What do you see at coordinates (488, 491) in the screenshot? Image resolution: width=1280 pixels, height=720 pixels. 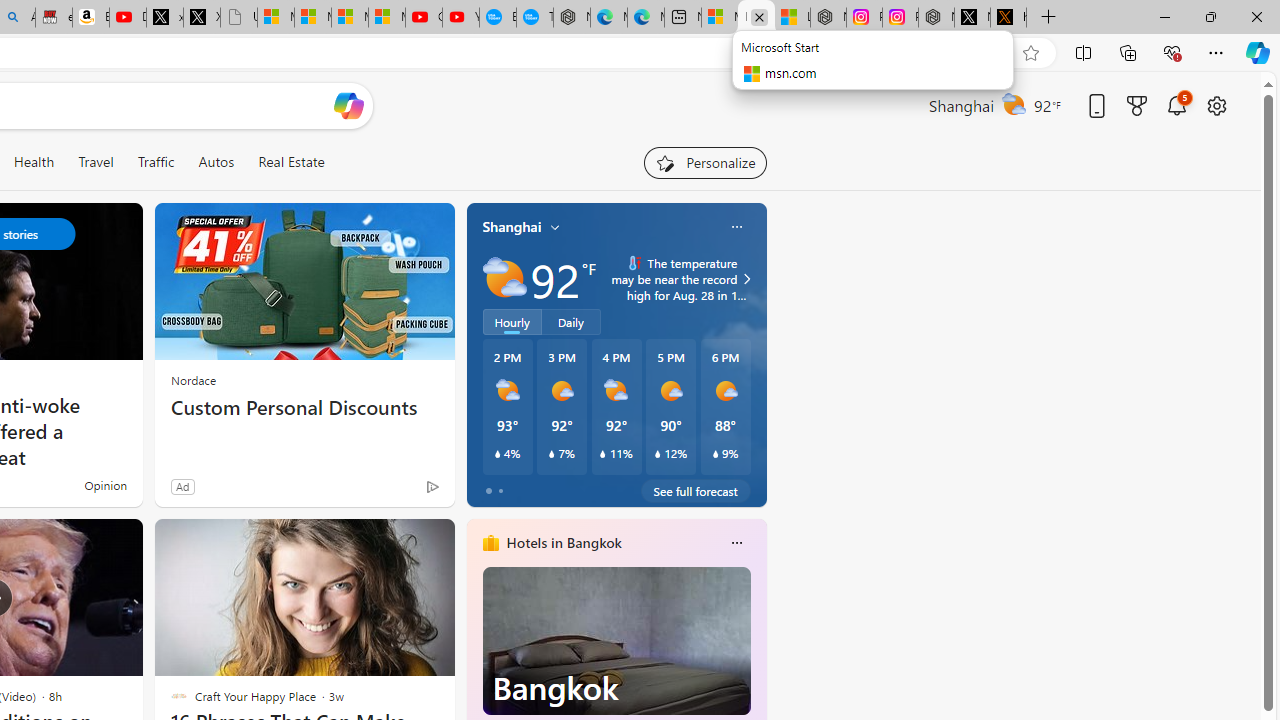 I see `'tab-0'` at bounding box center [488, 491].